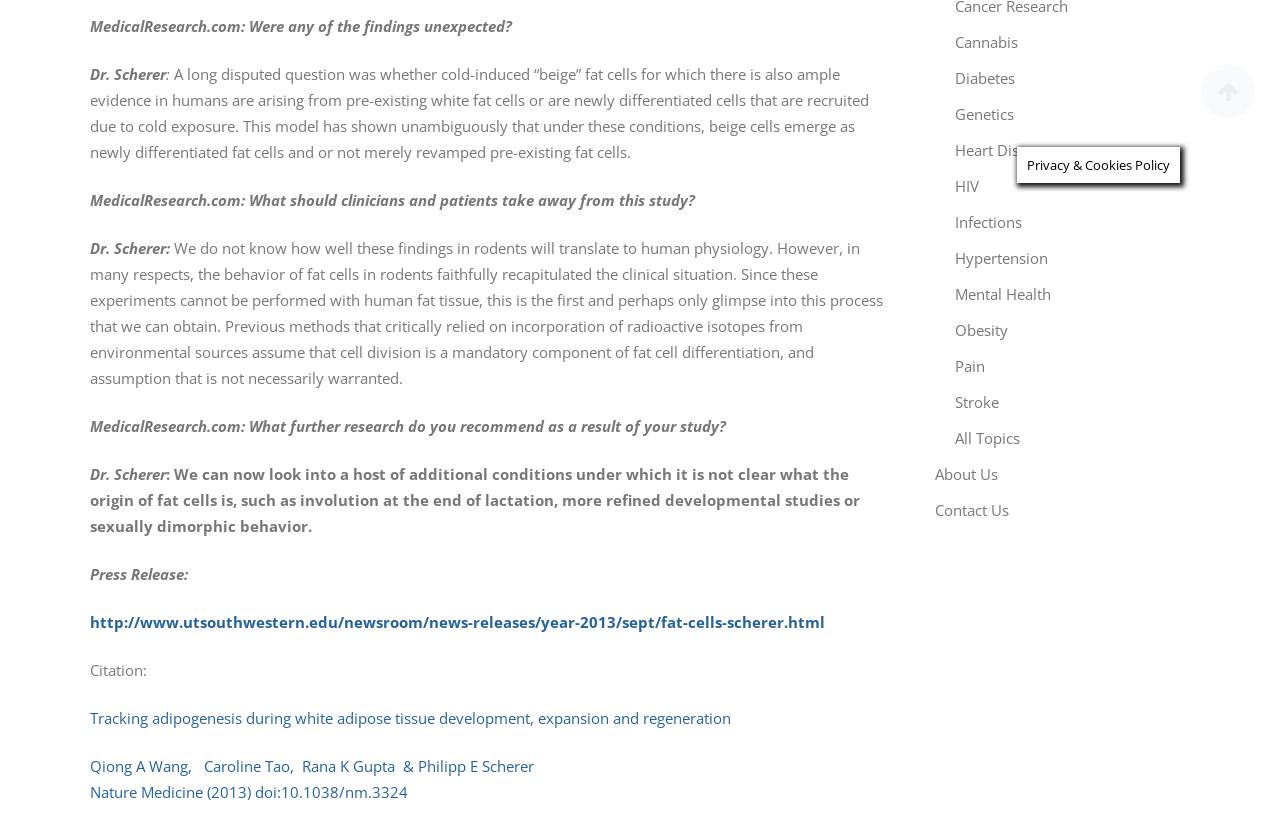  I want to click on 'A long disputed question was whether cold-induced “beige” fat cells for which there is also ample evidence in humans are arising from pre-existing white fat cells or are newly differentiated cells that are recruited due to cold exposure. This model has shown unambiguously that under these conditions, beige cells emerge as newly differentiated fat cells and or not merely revamped pre-existing fat cells.', so click(478, 112).